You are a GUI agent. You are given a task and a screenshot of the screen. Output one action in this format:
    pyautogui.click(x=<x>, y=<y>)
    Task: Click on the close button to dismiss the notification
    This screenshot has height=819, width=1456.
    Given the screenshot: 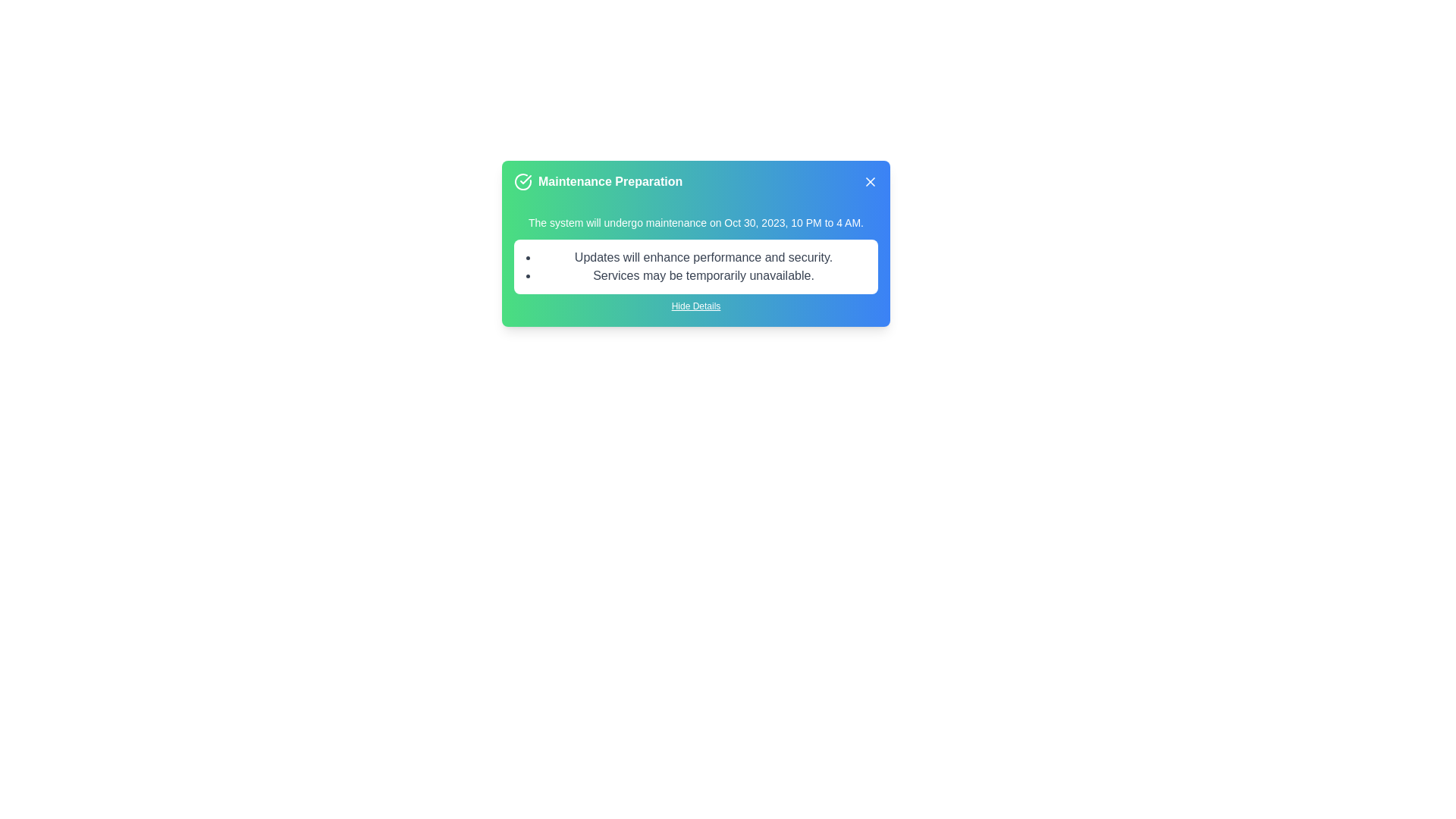 What is the action you would take?
    pyautogui.click(x=870, y=180)
    